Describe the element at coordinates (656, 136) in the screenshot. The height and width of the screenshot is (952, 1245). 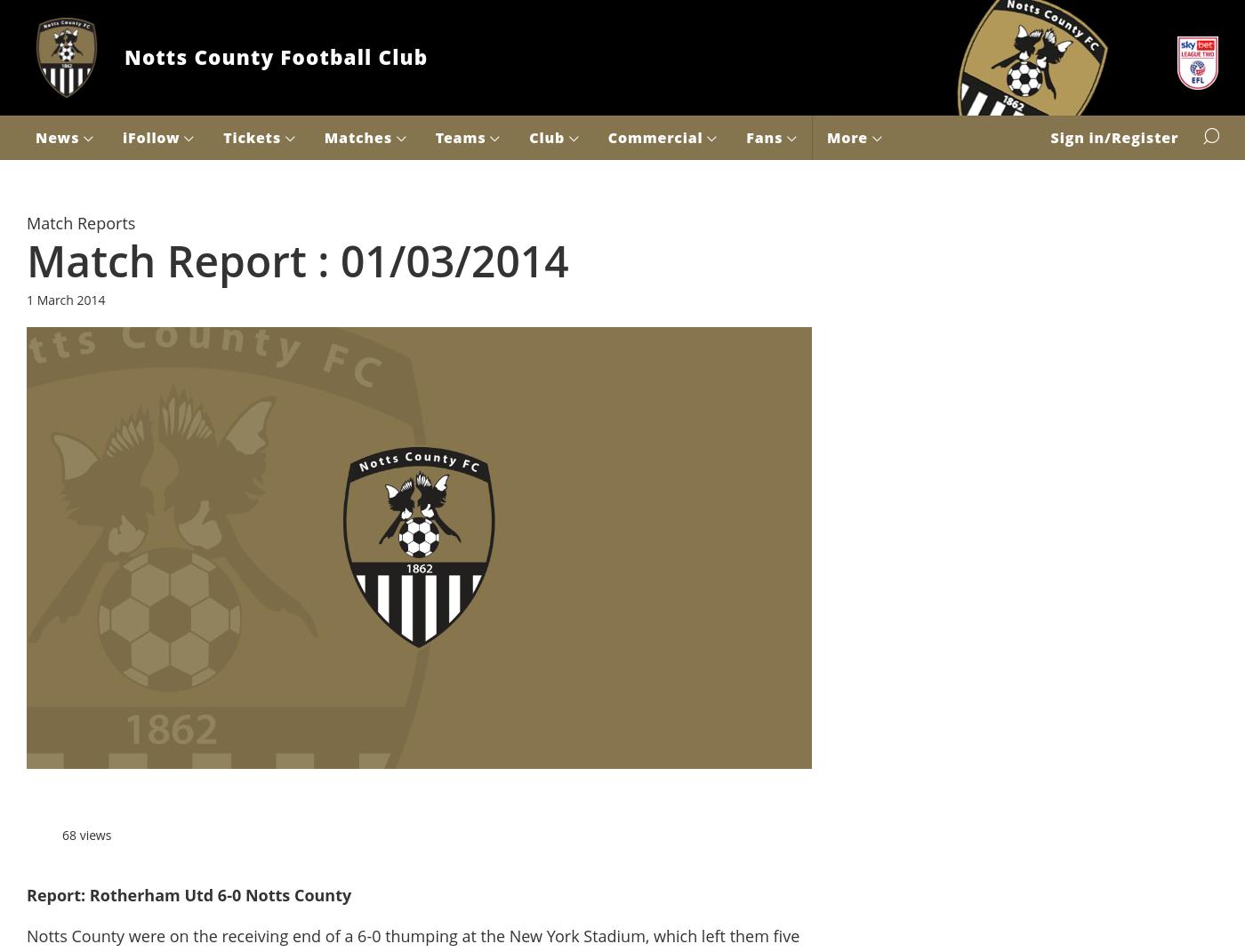
I see `'Commercial'` at that location.